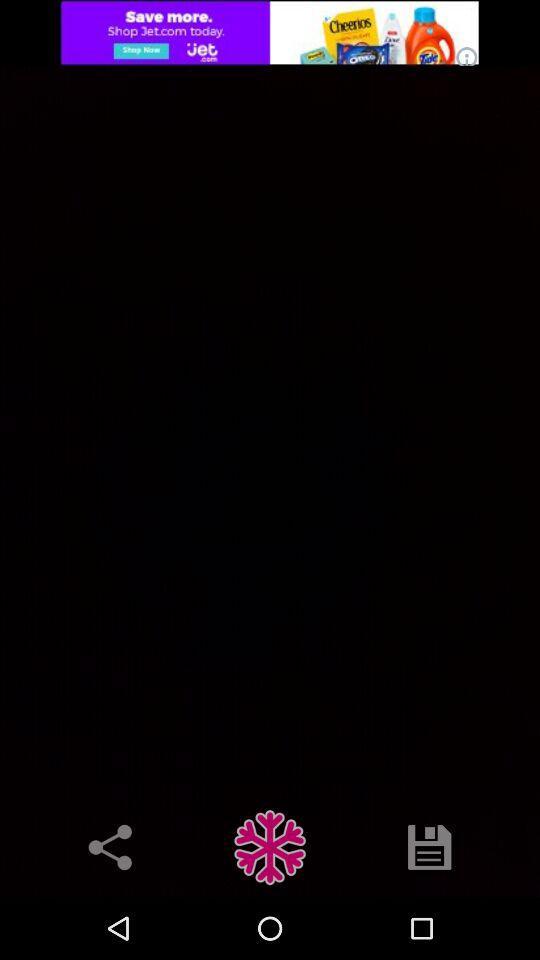 The height and width of the screenshot is (960, 540). I want to click on open advertisement, so click(270, 31).